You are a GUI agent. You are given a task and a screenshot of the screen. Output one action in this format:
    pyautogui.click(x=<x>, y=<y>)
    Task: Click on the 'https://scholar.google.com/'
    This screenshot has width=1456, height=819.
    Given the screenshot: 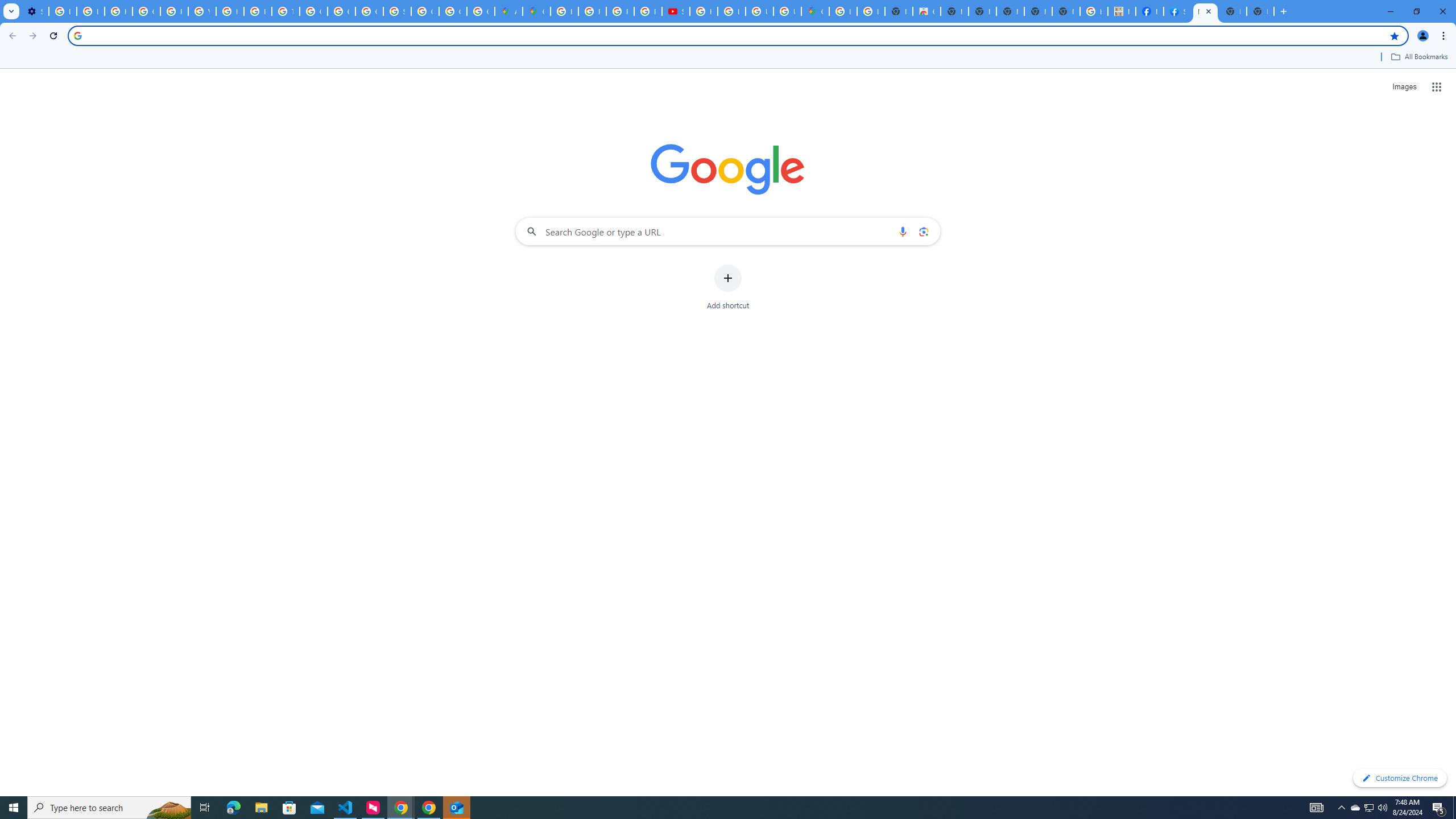 What is the action you would take?
    pyautogui.click(x=229, y=11)
    